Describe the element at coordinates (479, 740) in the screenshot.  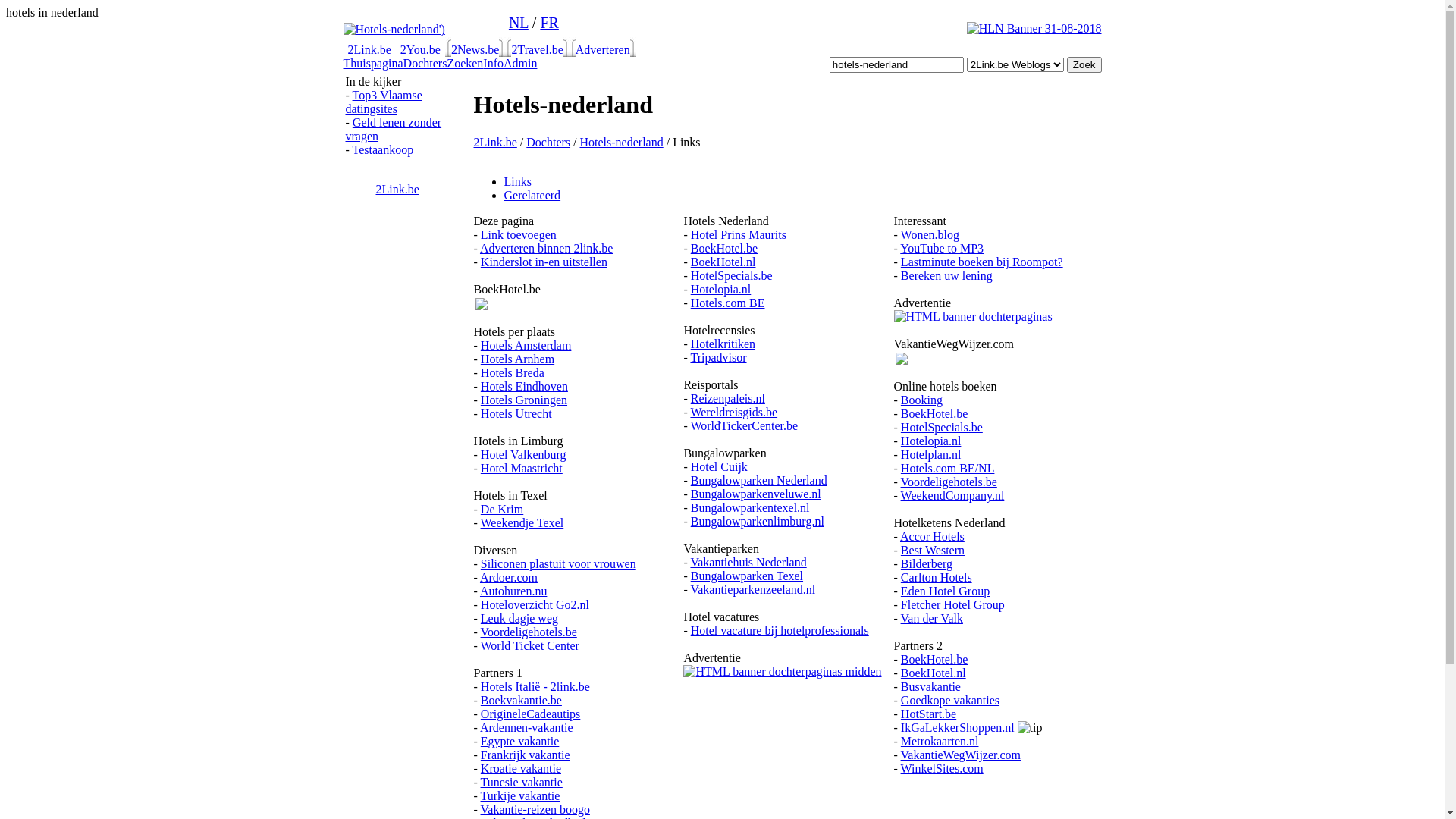
I see `'Egypte vakantie'` at that location.